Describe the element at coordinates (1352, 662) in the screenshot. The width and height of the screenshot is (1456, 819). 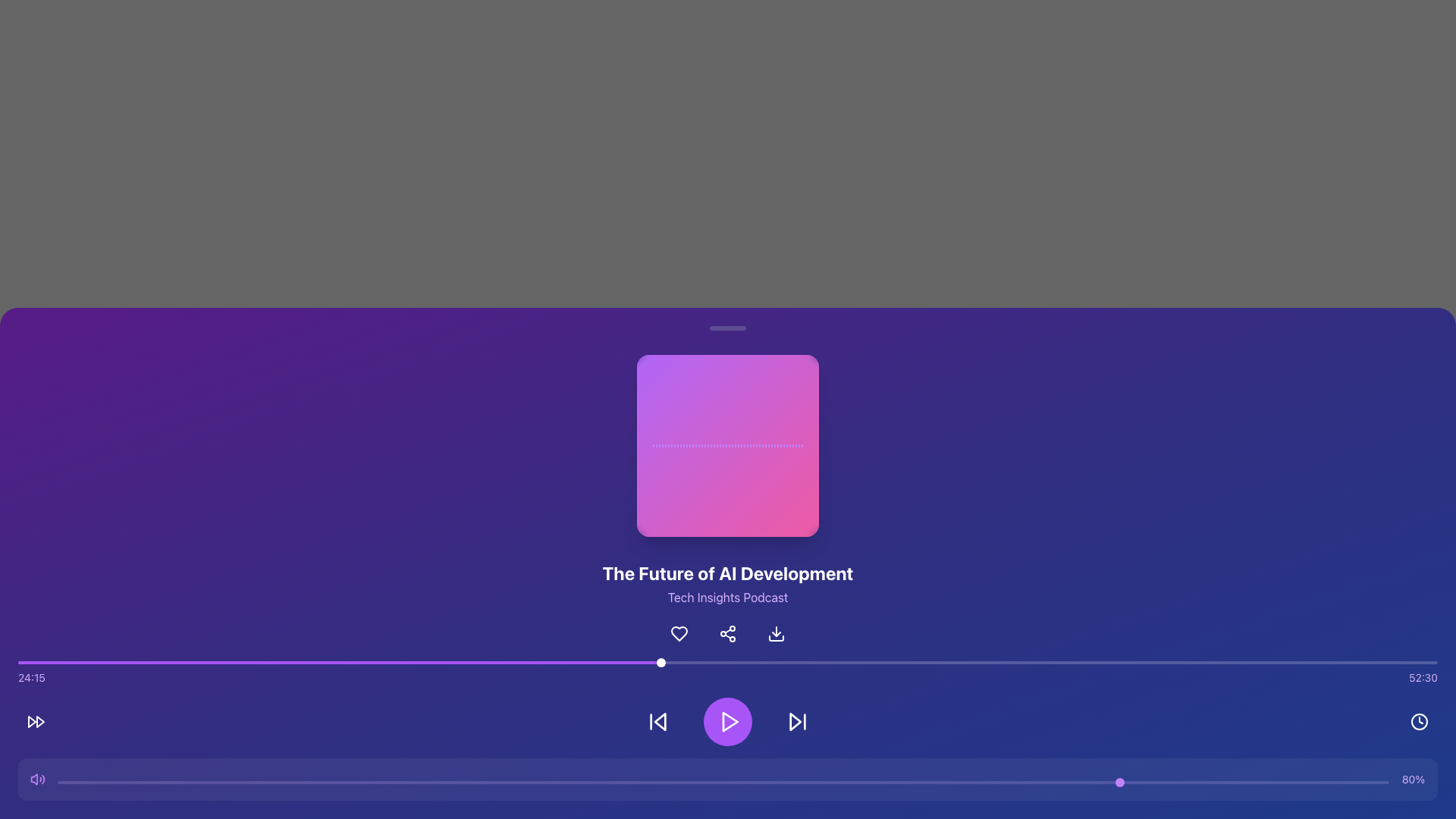
I see `progress` at that location.